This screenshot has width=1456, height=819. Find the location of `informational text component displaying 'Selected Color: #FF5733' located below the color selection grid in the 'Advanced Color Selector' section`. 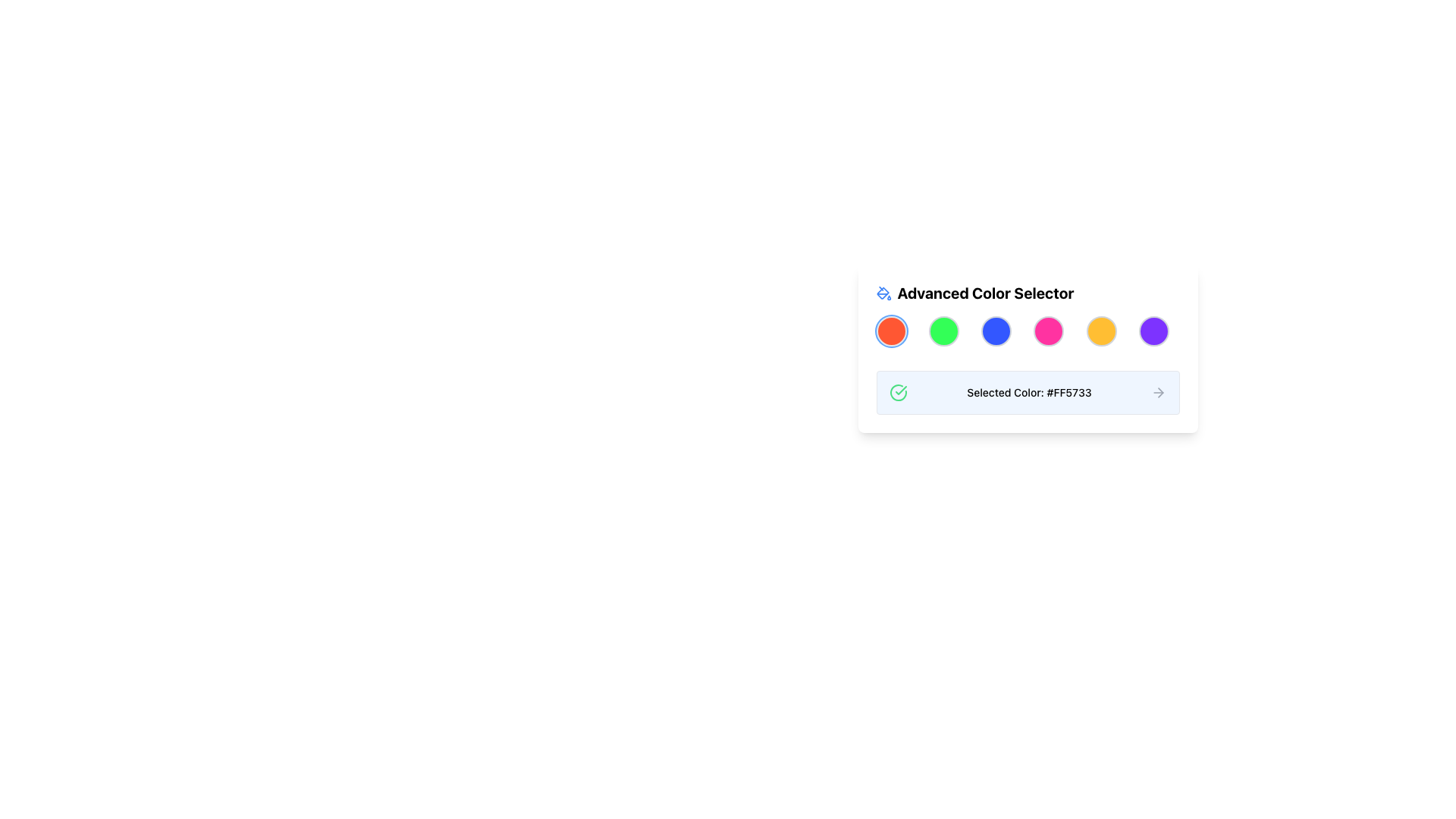

informational text component displaying 'Selected Color: #FF5733' located below the color selection grid in the 'Advanced Color Selector' section is located at coordinates (1028, 391).